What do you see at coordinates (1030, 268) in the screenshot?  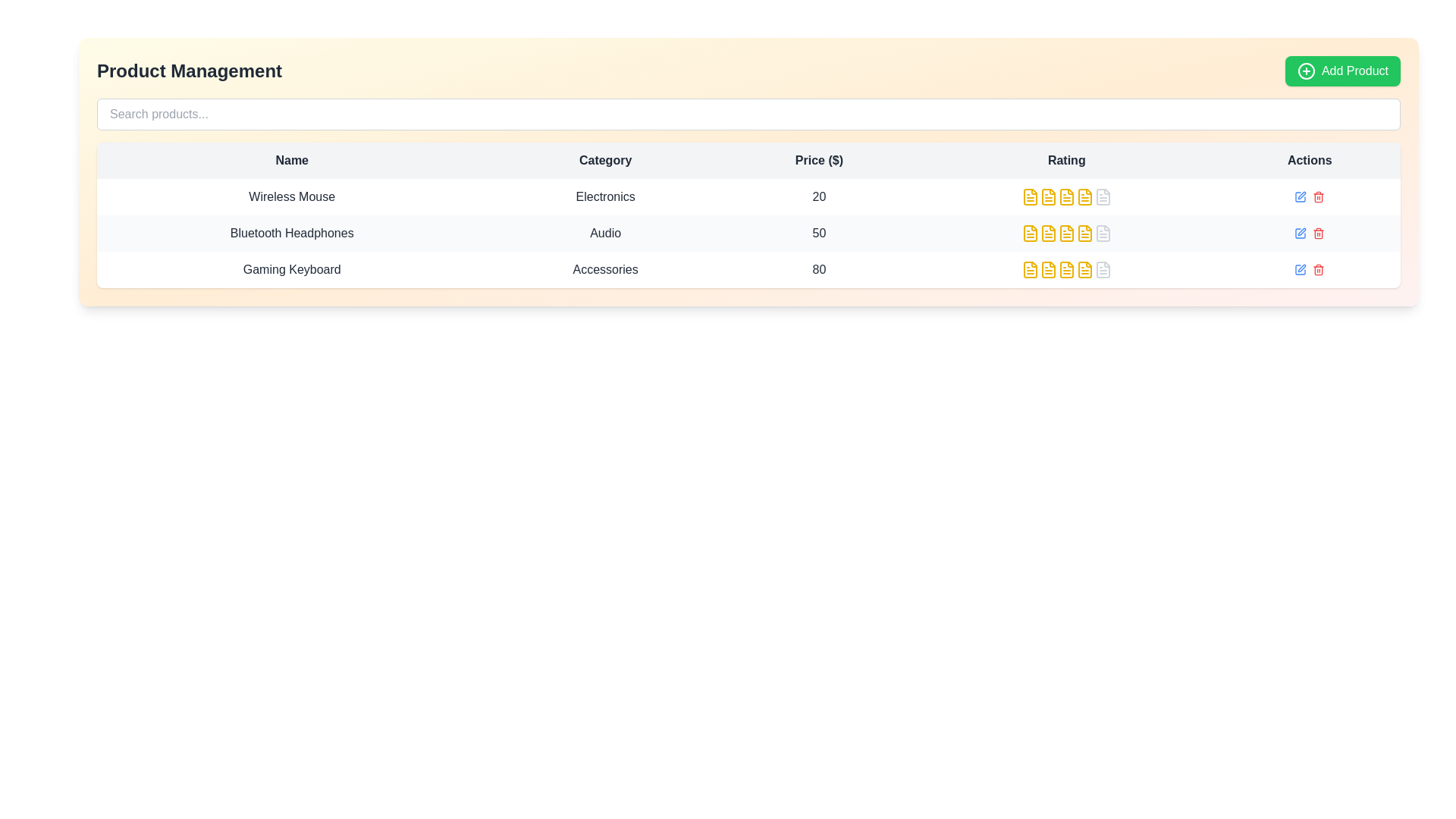 I see `the first rectangular icon with a yellow outline in the last row of the rating system to set the rating` at bounding box center [1030, 268].